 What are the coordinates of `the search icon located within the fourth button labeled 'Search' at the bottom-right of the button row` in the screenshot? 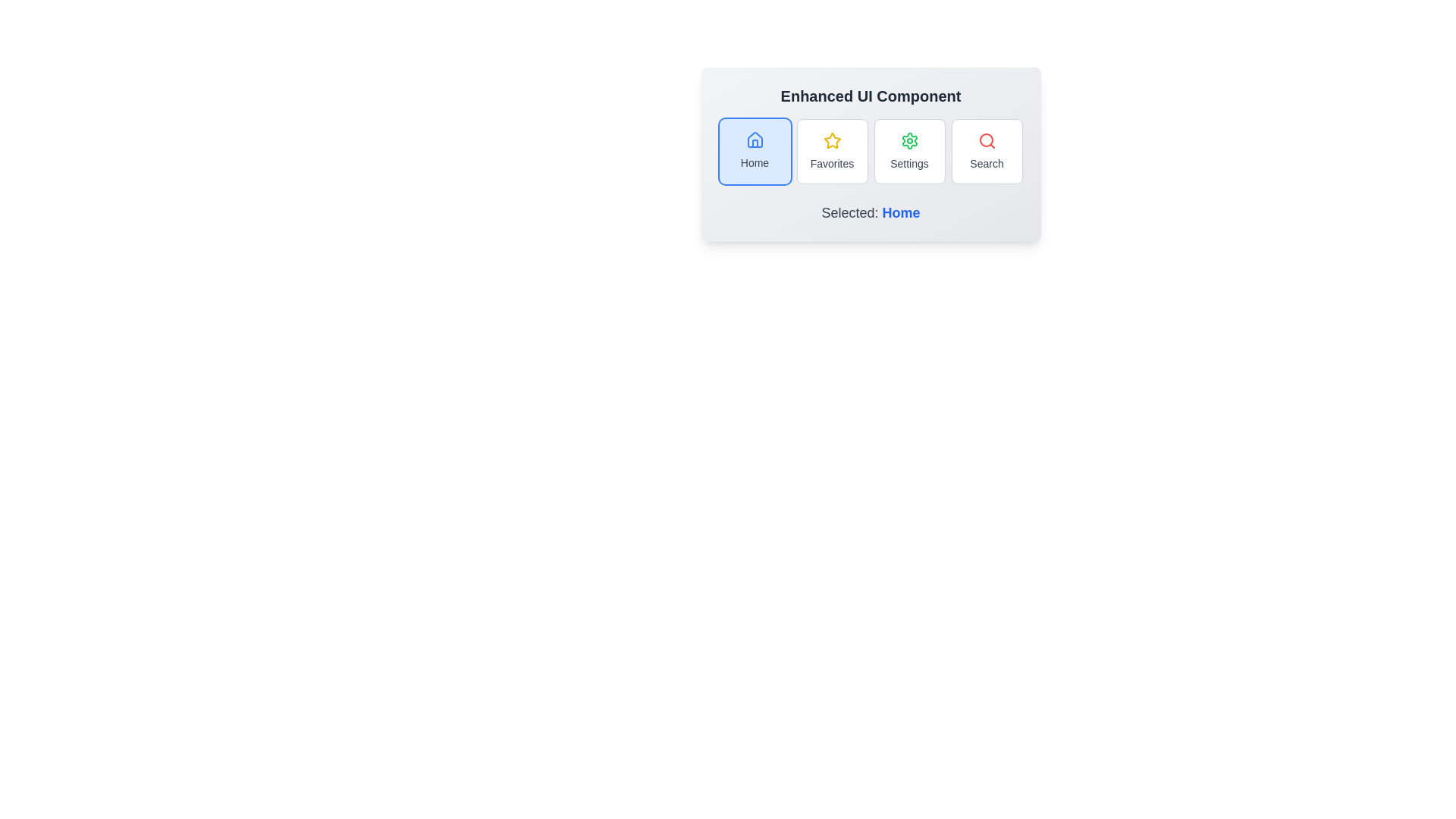 It's located at (987, 140).